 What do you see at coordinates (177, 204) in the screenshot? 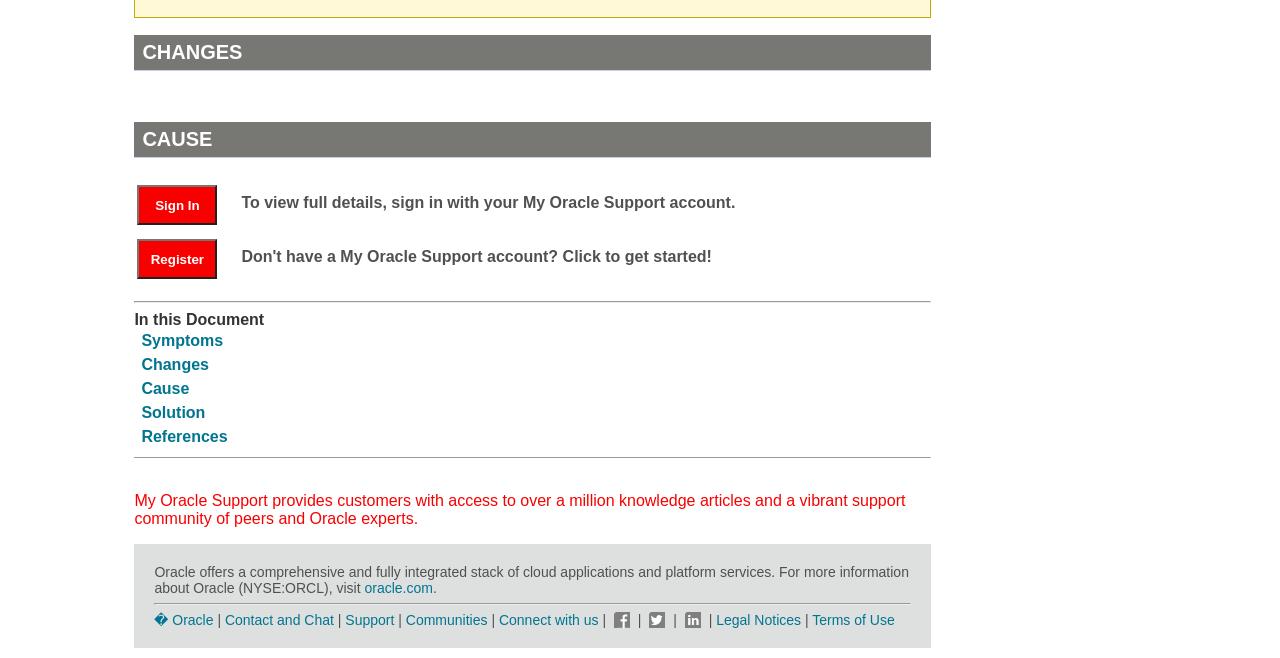
I see `'Sign In'` at bounding box center [177, 204].